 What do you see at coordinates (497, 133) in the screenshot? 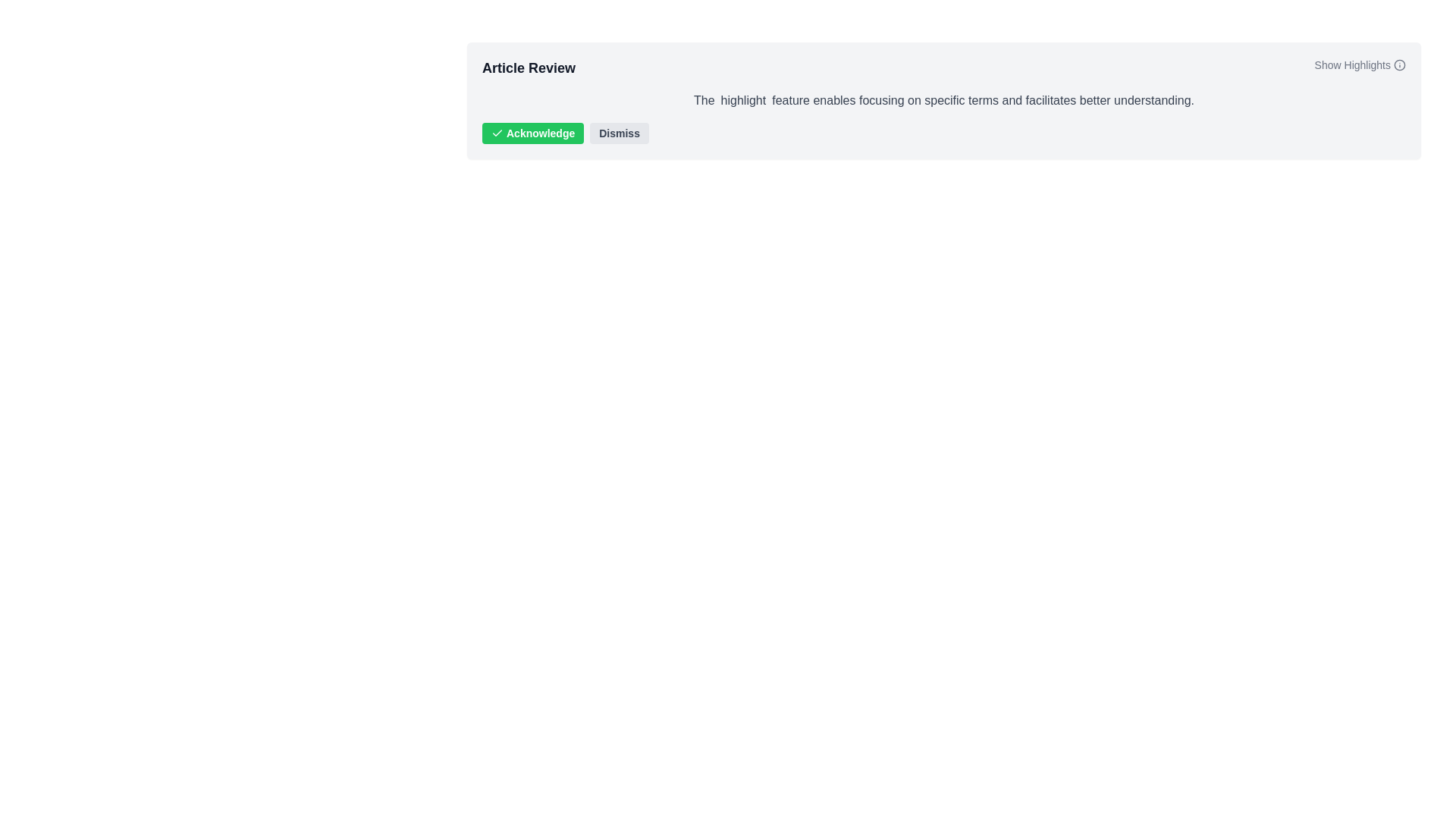
I see `the SVG Icon located inside the 'Acknowledge' button, adjacent to the text label 'Acknowledge'` at bounding box center [497, 133].